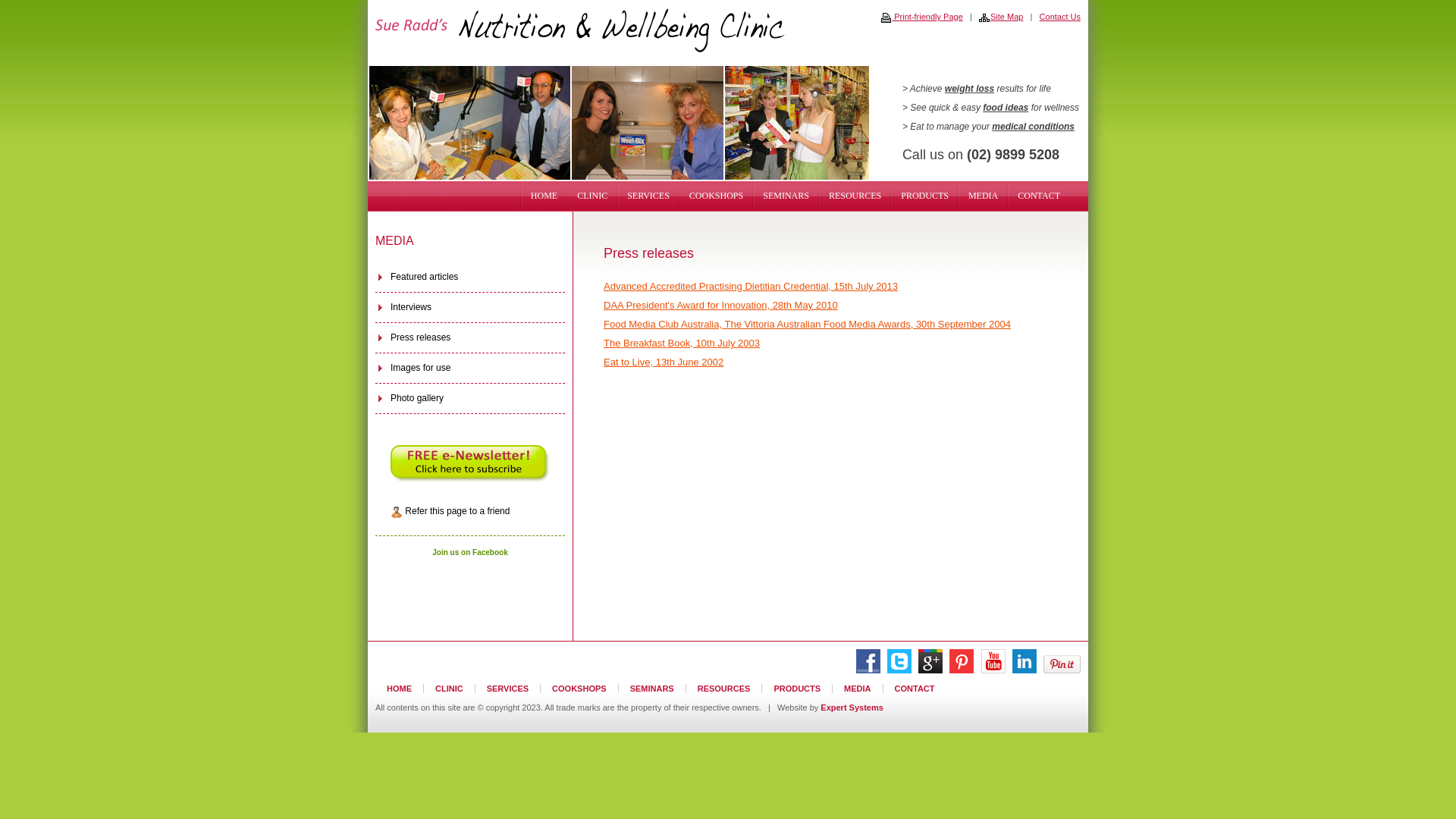 This screenshot has width=1456, height=819. What do you see at coordinates (944, 88) in the screenshot?
I see `'weight loss'` at bounding box center [944, 88].